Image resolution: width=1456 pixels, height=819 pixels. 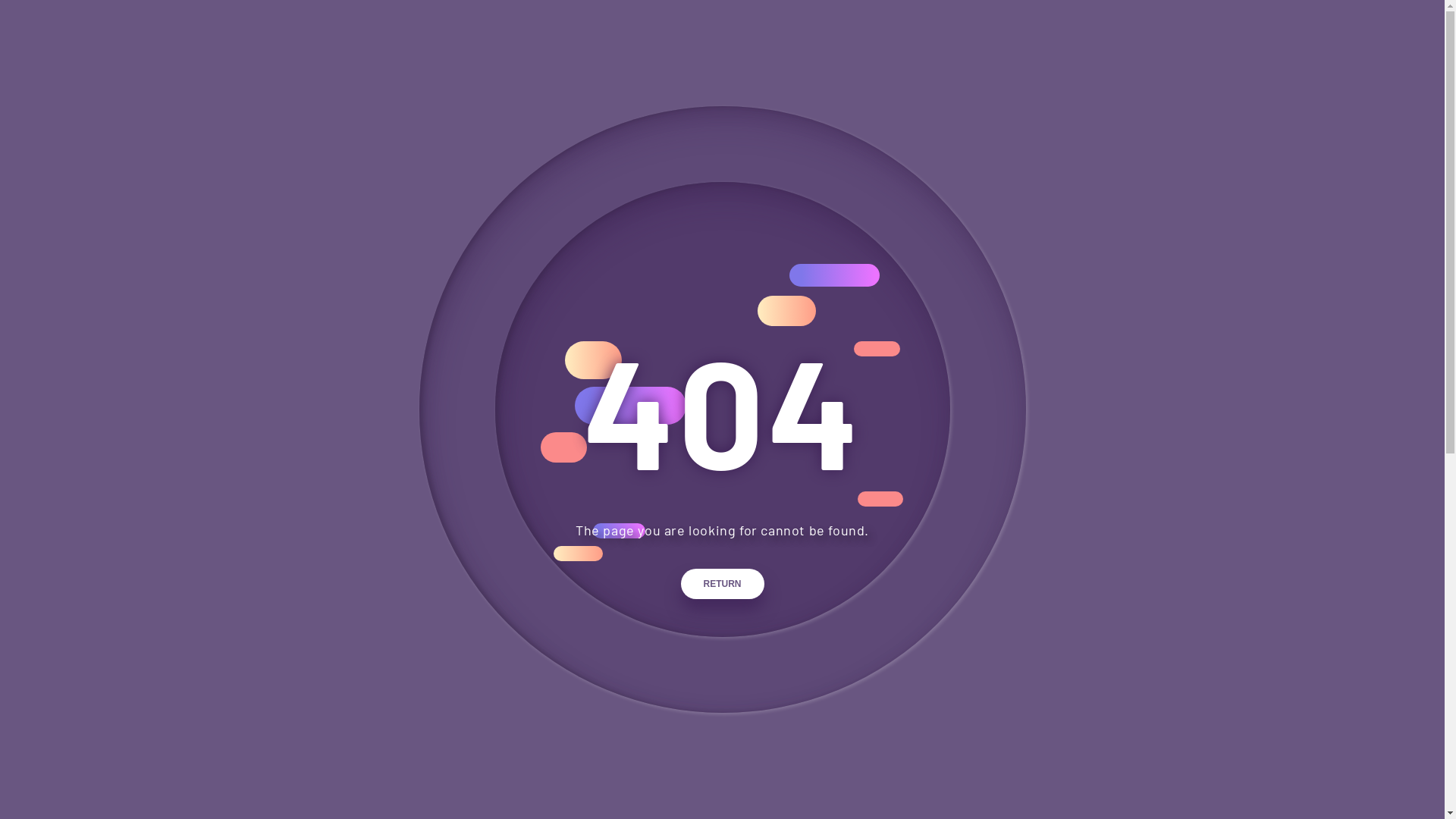 I want to click on 'RETURN', so click(x=722, y=583).